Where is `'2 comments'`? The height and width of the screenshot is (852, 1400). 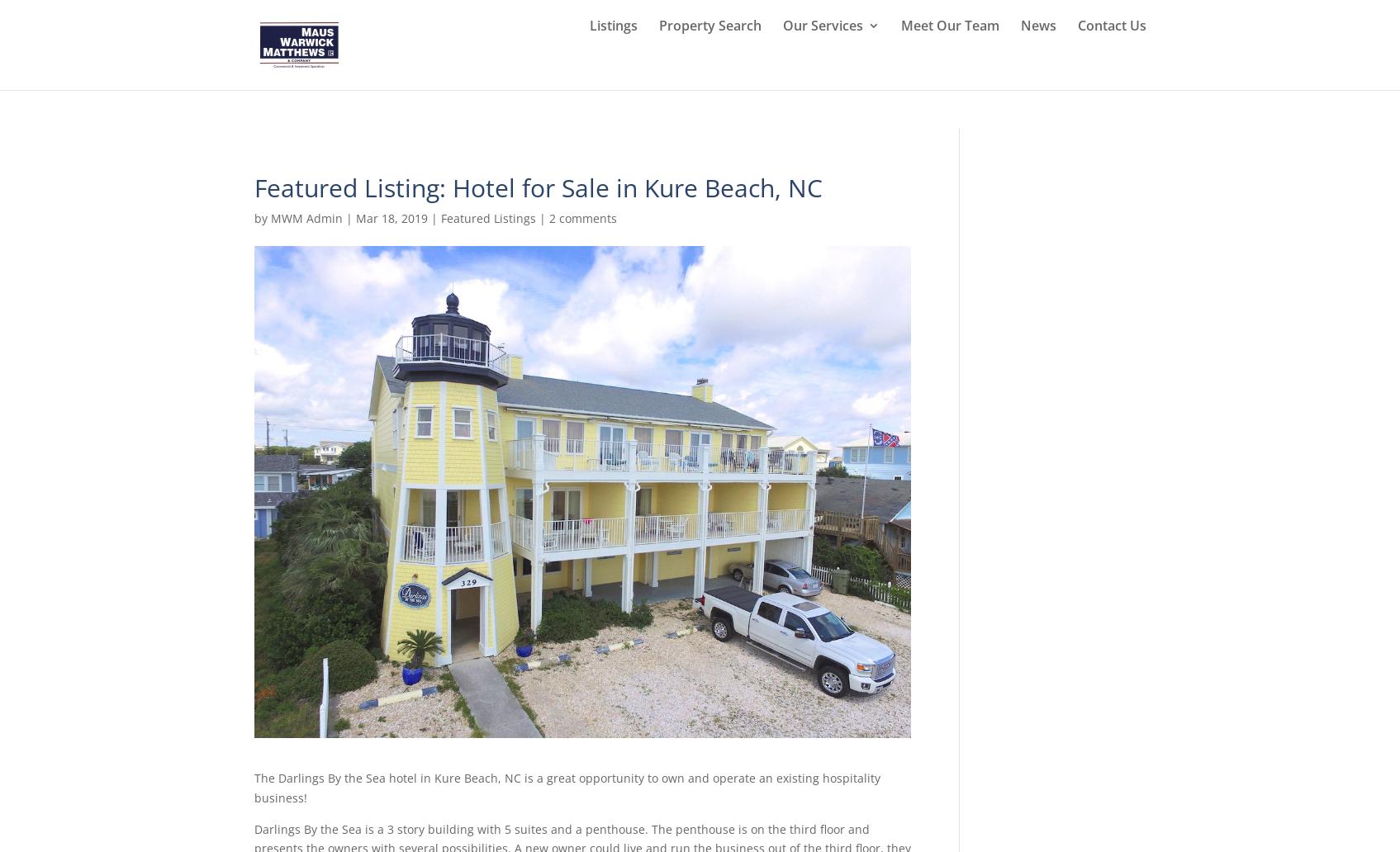
'2 comments' is located at coordinates (581, 218).